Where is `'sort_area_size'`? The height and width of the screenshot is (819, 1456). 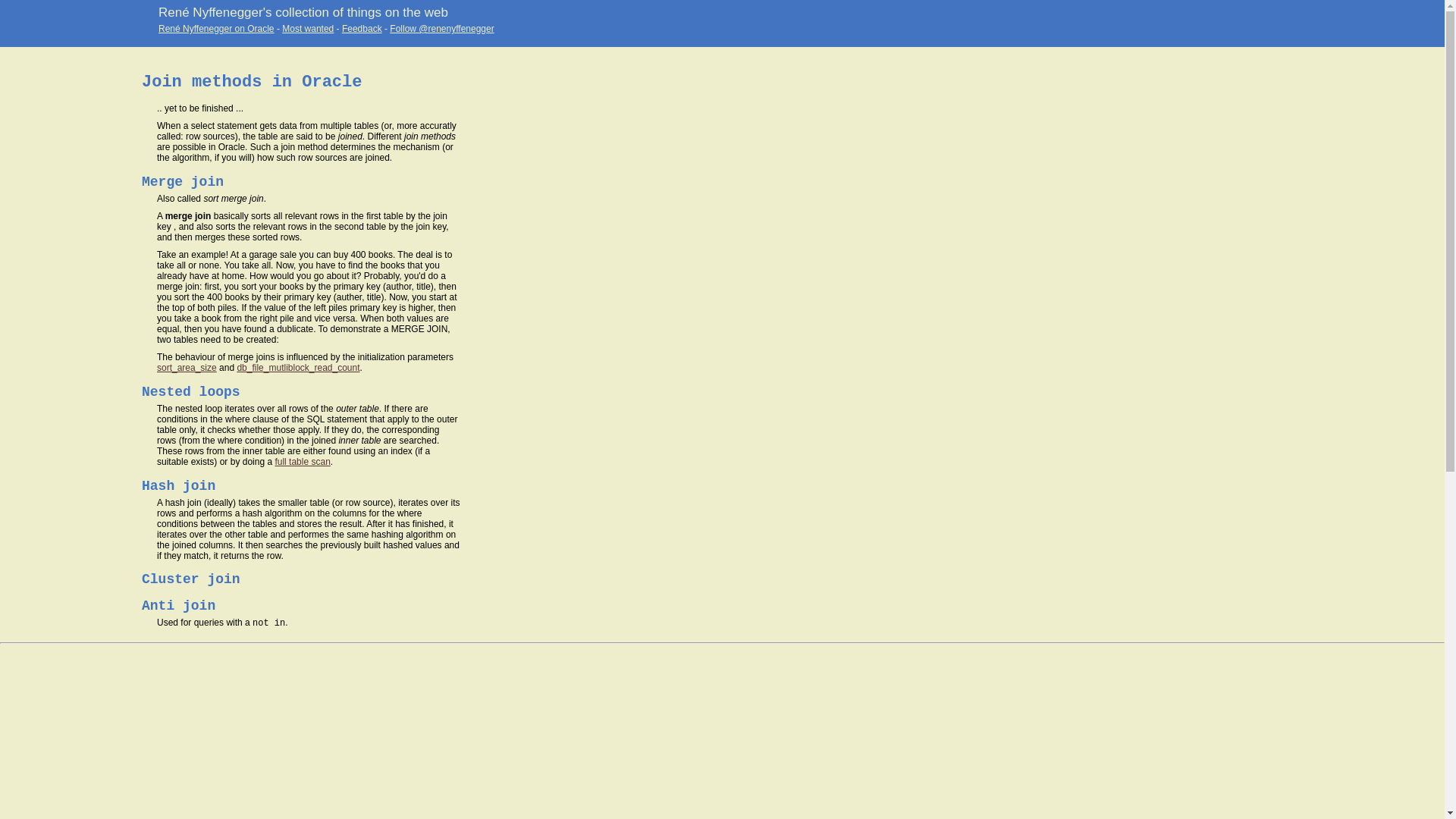
'sort_area_size' is located at coordinates (186, 368).